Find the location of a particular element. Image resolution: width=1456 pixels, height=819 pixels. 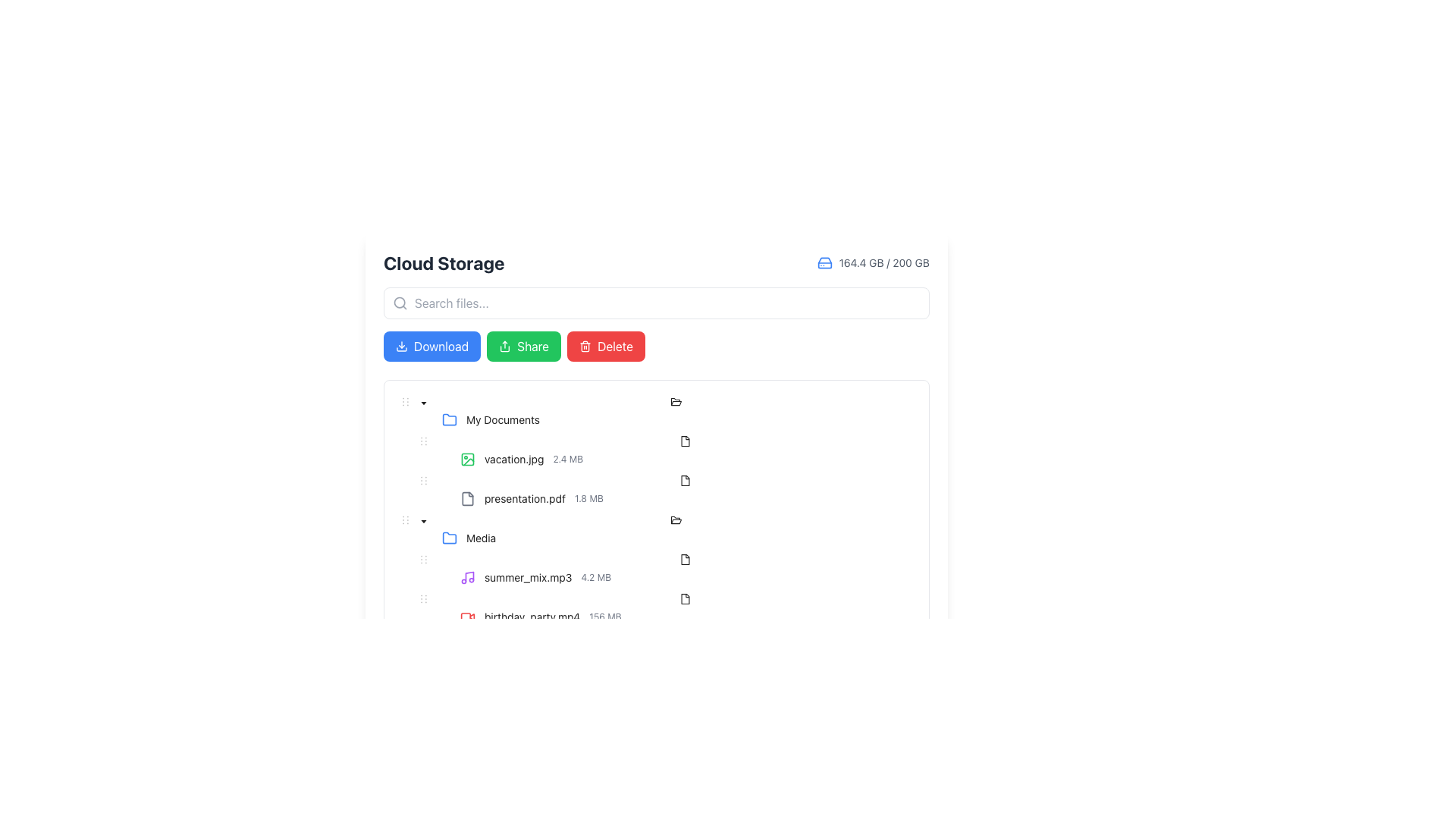

the draggable handle icon located is located at coordinates (423, 598).